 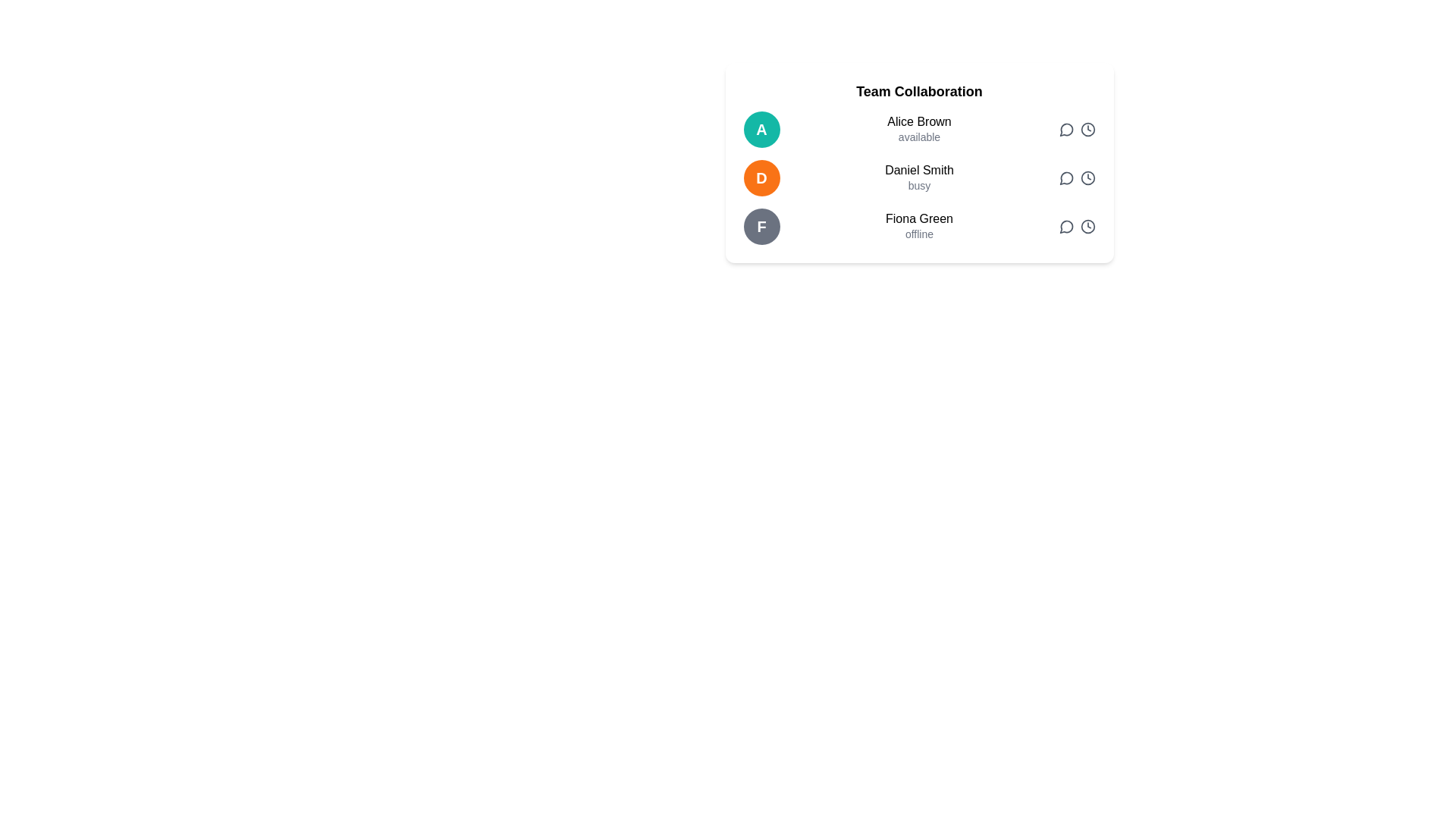 I want to click on Profile Icon, which is a circular picture with a gray background and a white 'F' in the center, positioned at the left end of the 'Fiona Green' row in the 'Team Collaboration' section, so click(x=761, y=227).